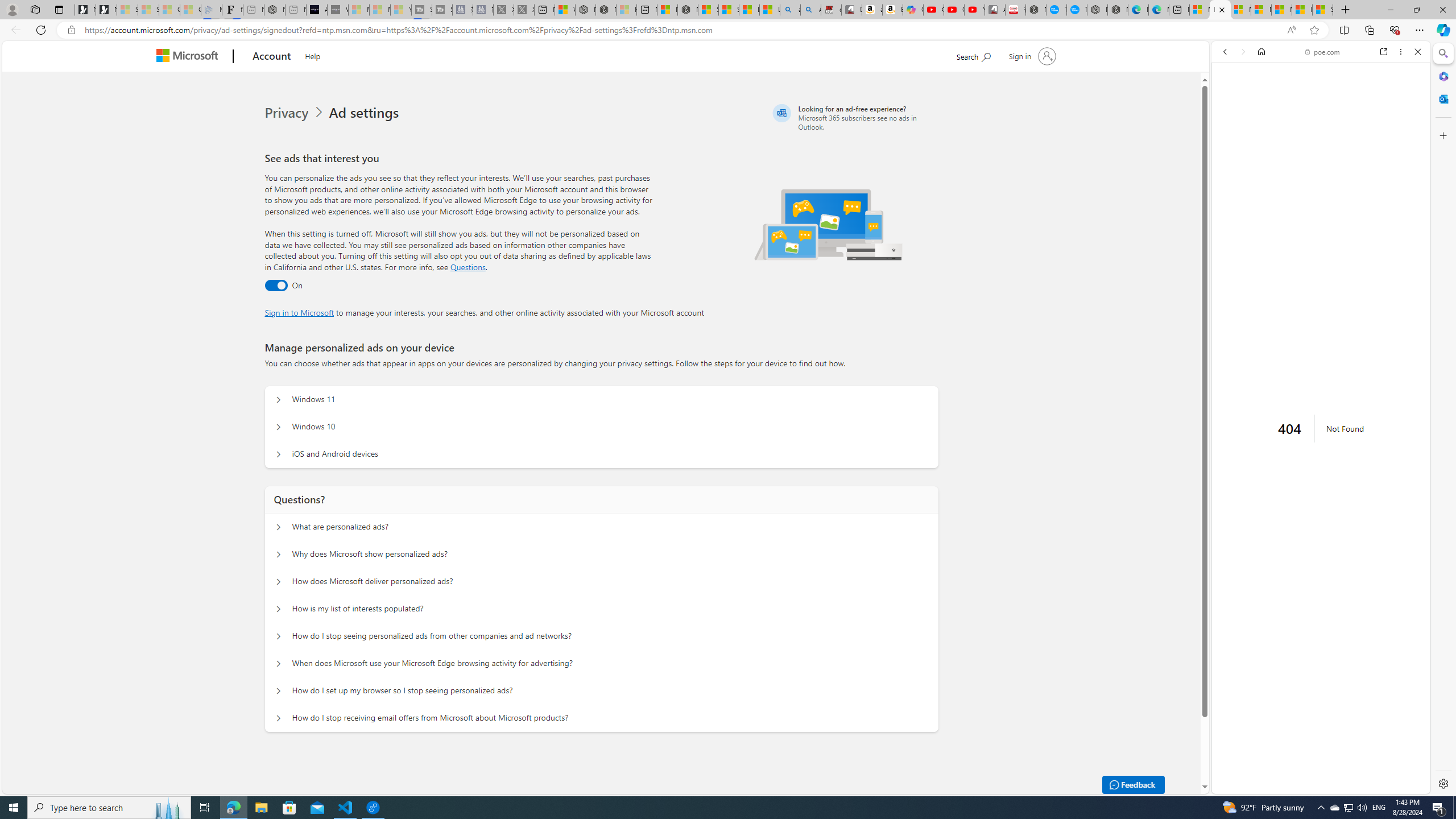 This screenshot has width=1456, height=819. Describe the element at coordinates (954, 9) in the screenshot. I see `'Gloom - YouTube'` at that location.